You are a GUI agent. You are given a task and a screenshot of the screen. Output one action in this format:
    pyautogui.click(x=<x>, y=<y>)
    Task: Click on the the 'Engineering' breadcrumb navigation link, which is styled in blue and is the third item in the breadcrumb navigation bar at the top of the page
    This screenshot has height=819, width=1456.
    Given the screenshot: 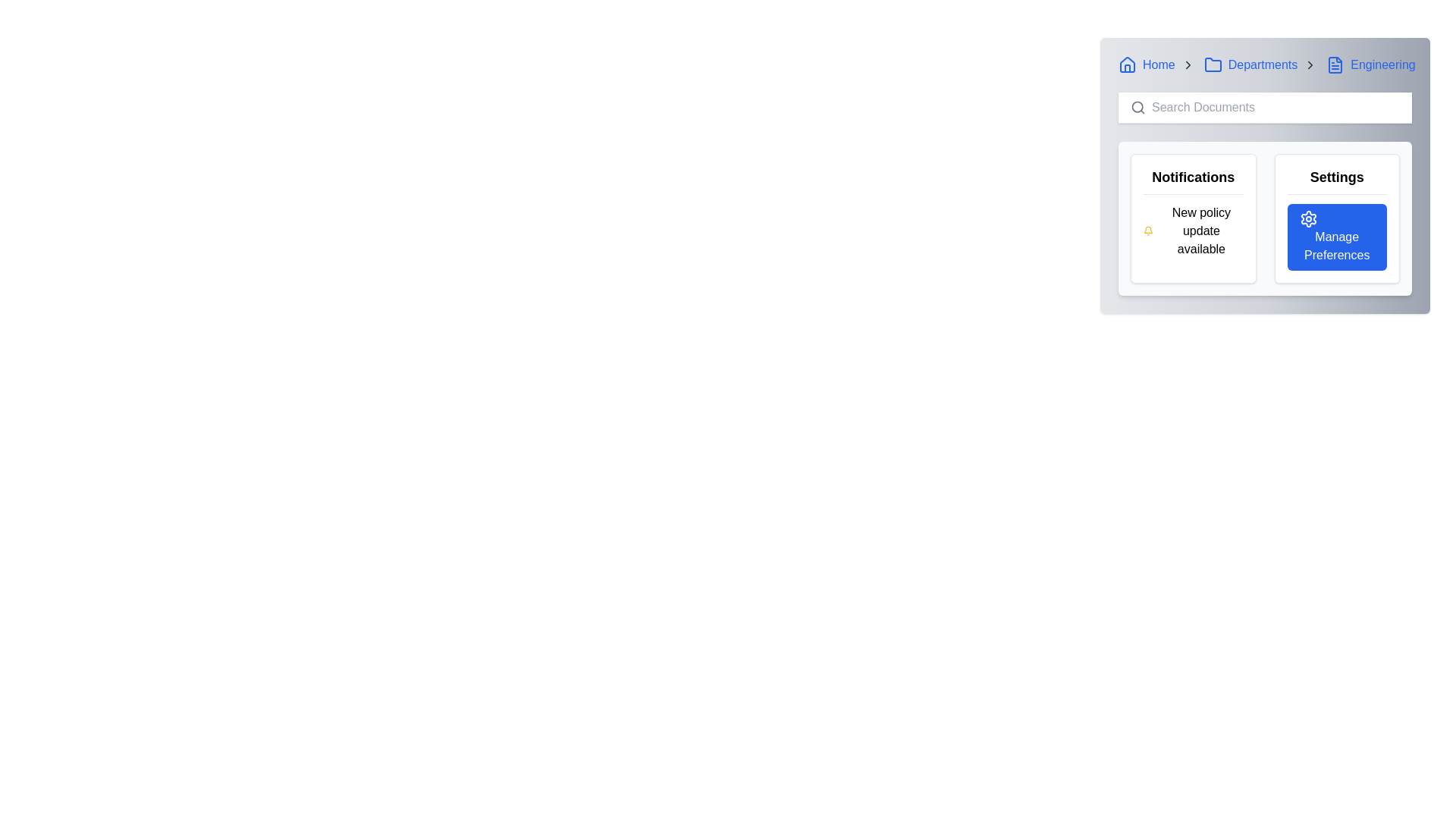 What is the action you would take?
    pyautogui.click(x=1371, y=64)
    